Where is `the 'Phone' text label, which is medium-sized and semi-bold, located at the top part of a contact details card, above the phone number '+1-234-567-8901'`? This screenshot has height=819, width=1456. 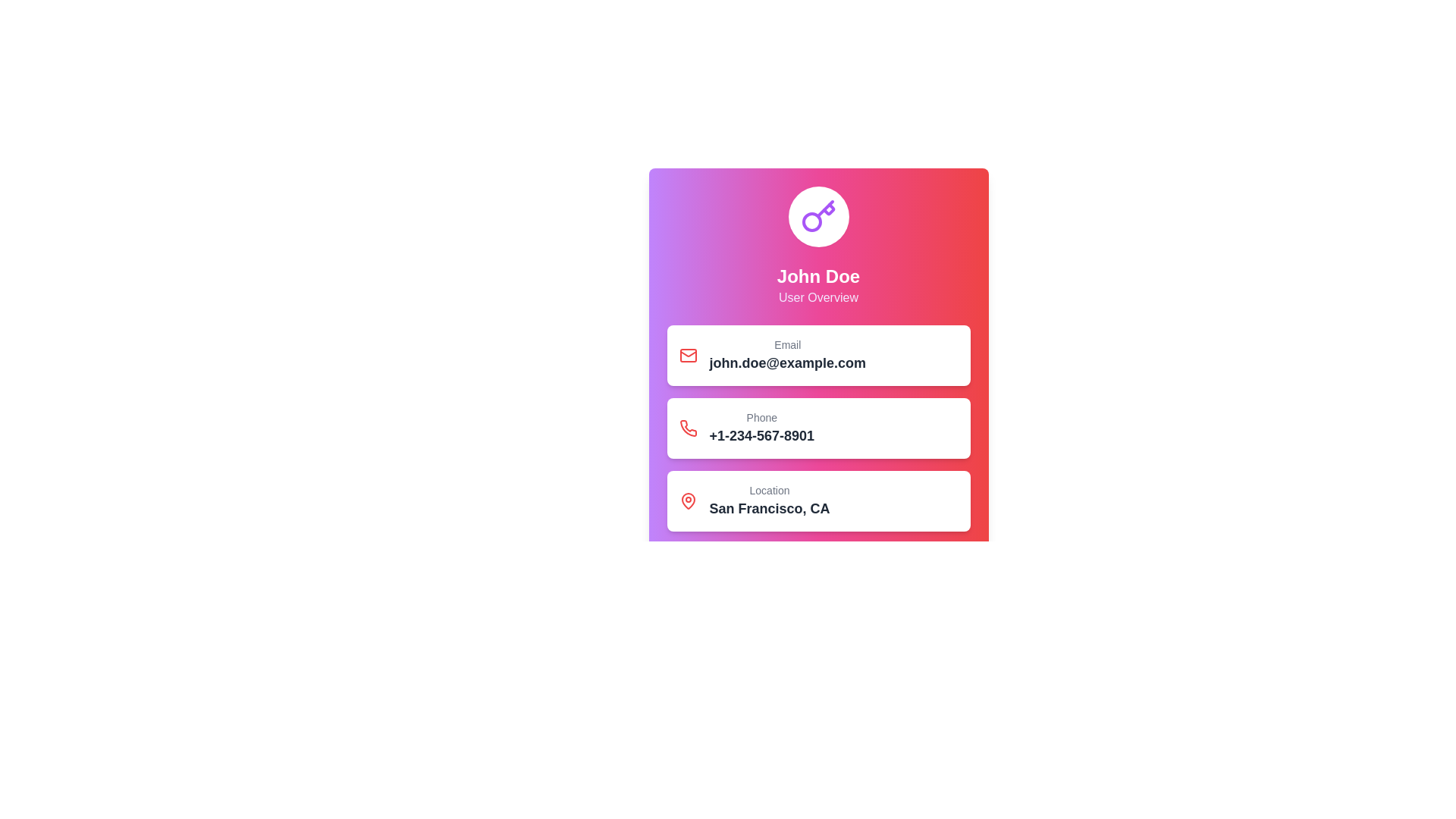 the 'Phone' text label, which is medium-sized and semi-bold, located at the top part of a contact details card, above the phone number '+1-234-567-8901' is located at coordinates (761, 418).